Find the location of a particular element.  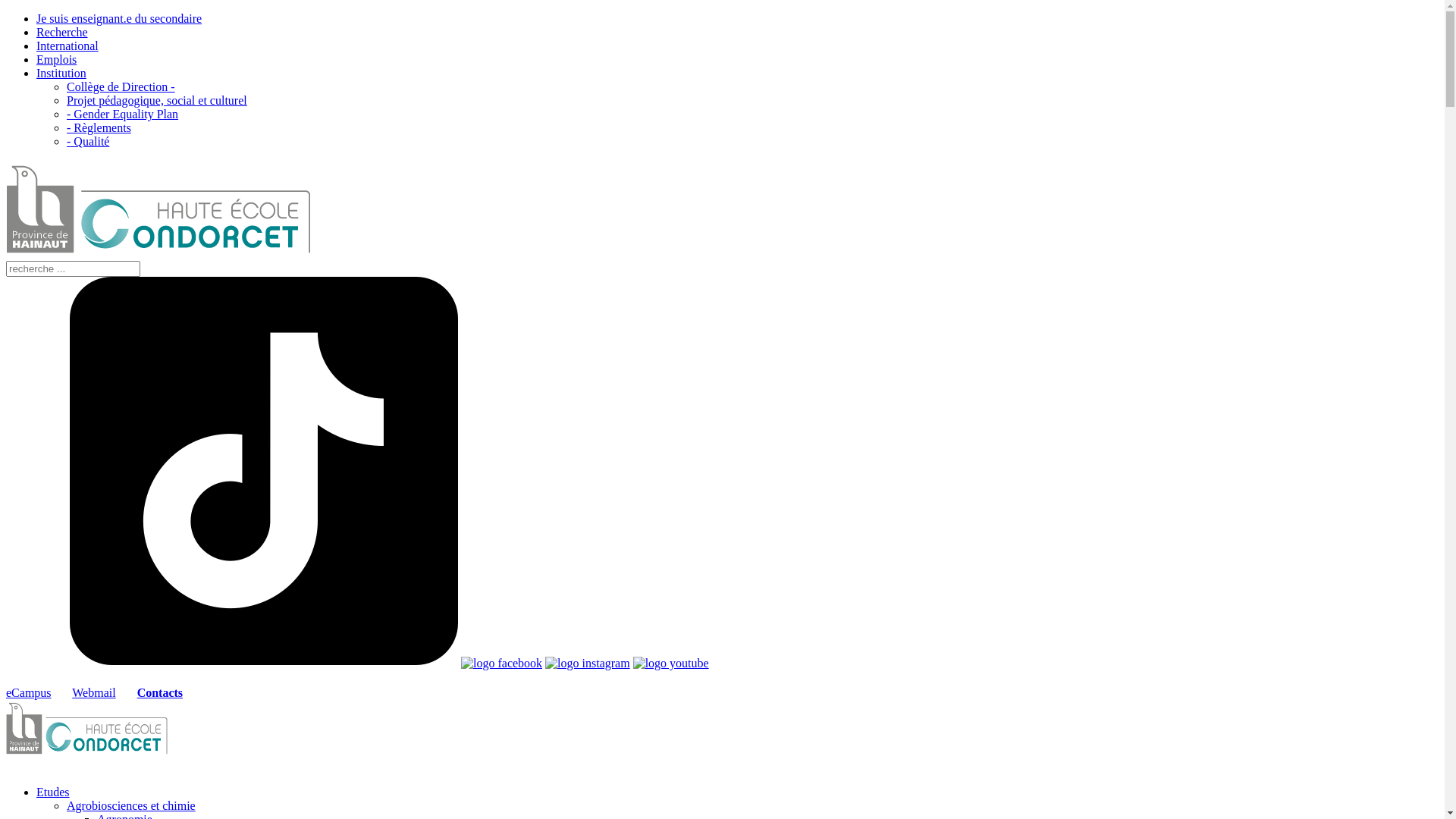

'Webmail' is located at coordinates (93, 692).